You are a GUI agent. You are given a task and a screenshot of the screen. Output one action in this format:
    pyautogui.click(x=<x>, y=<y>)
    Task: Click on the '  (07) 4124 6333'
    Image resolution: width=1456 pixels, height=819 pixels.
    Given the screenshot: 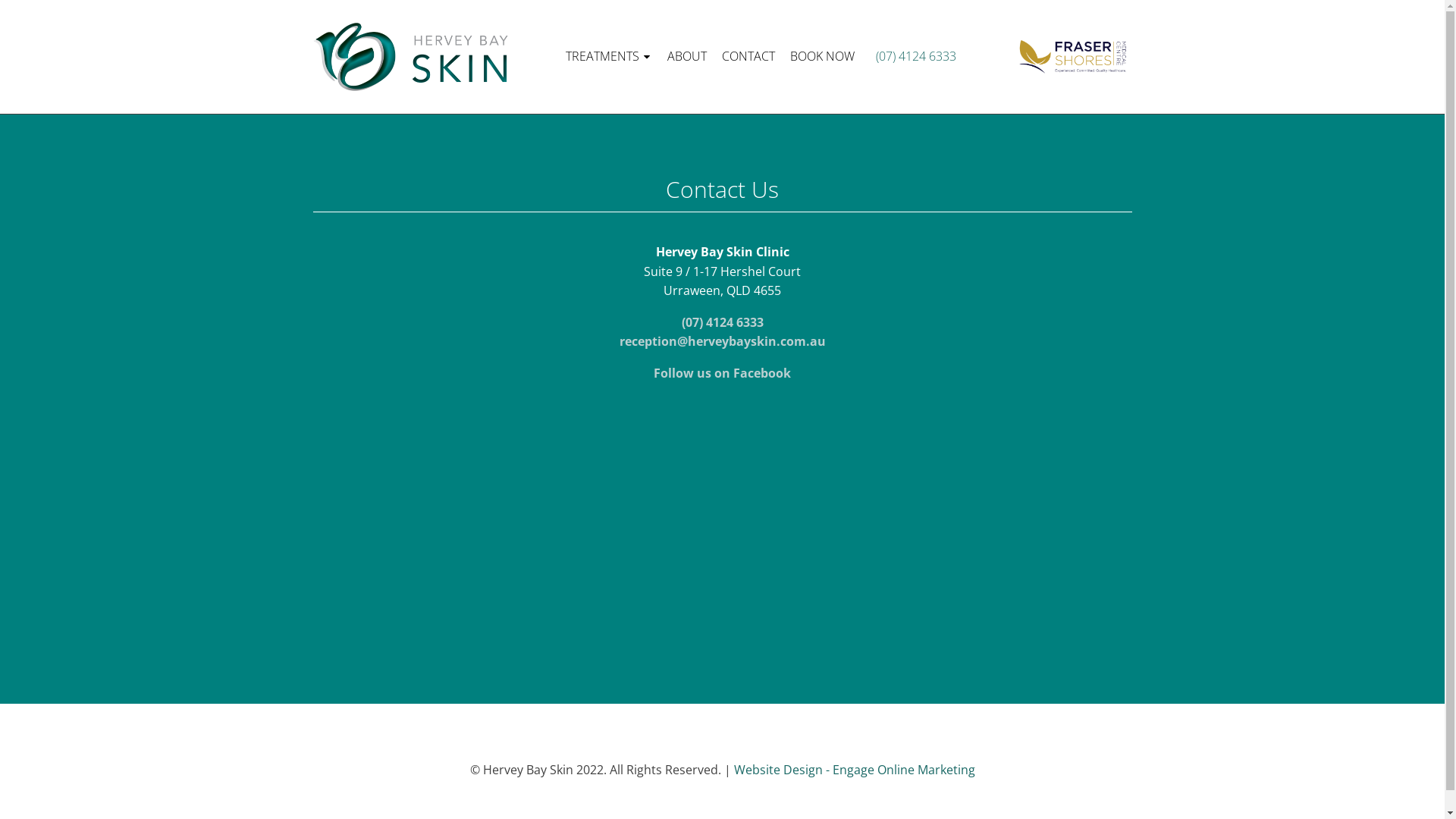 What is the action you would take?
    pyautogui.click(x=870, y=55)
    